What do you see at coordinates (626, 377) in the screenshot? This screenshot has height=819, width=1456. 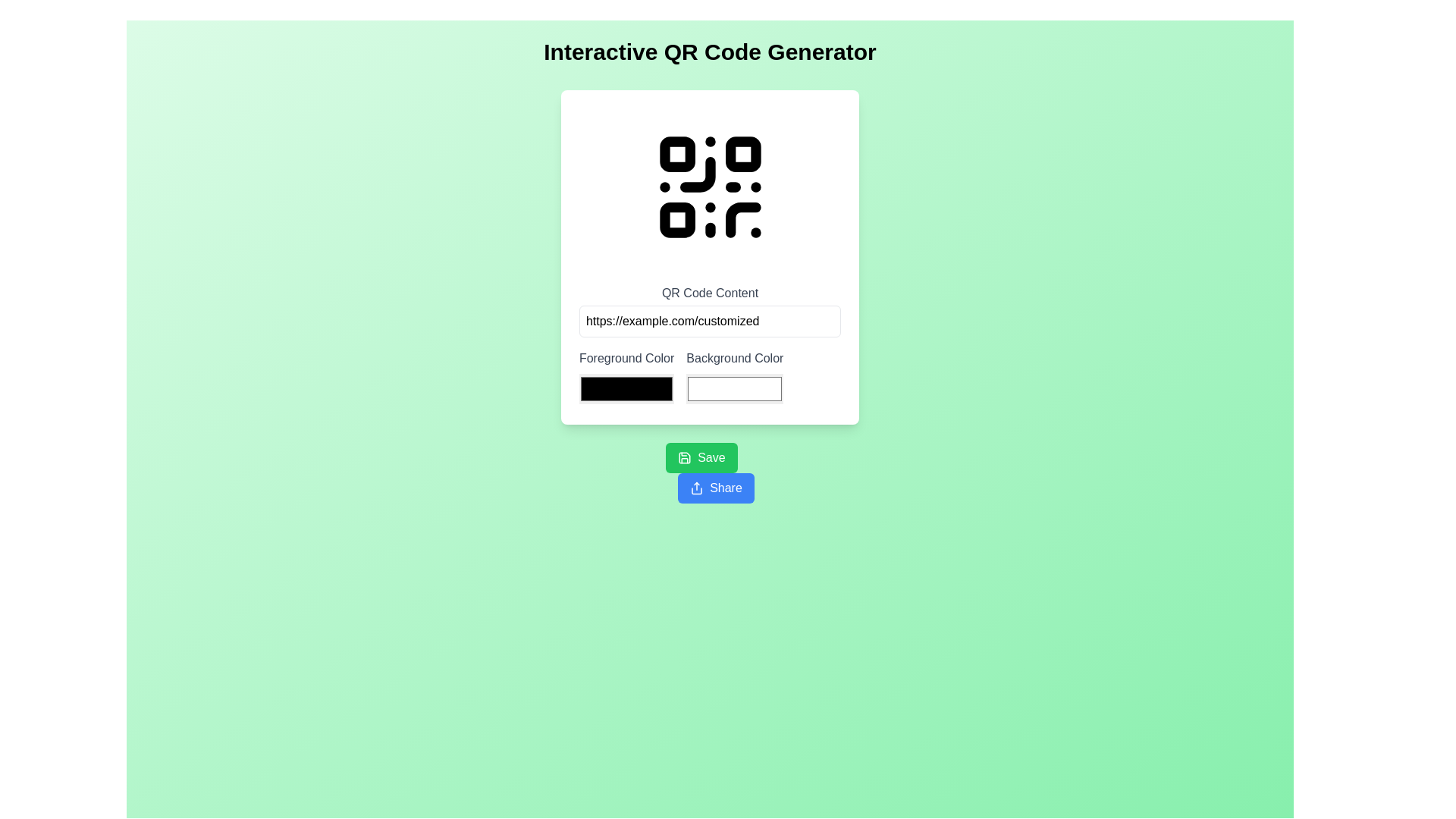 I see `the color input field labeled 'Foreground Color', which is a rectangular black input field positioned below the text label` at bounding box center [626, 377].